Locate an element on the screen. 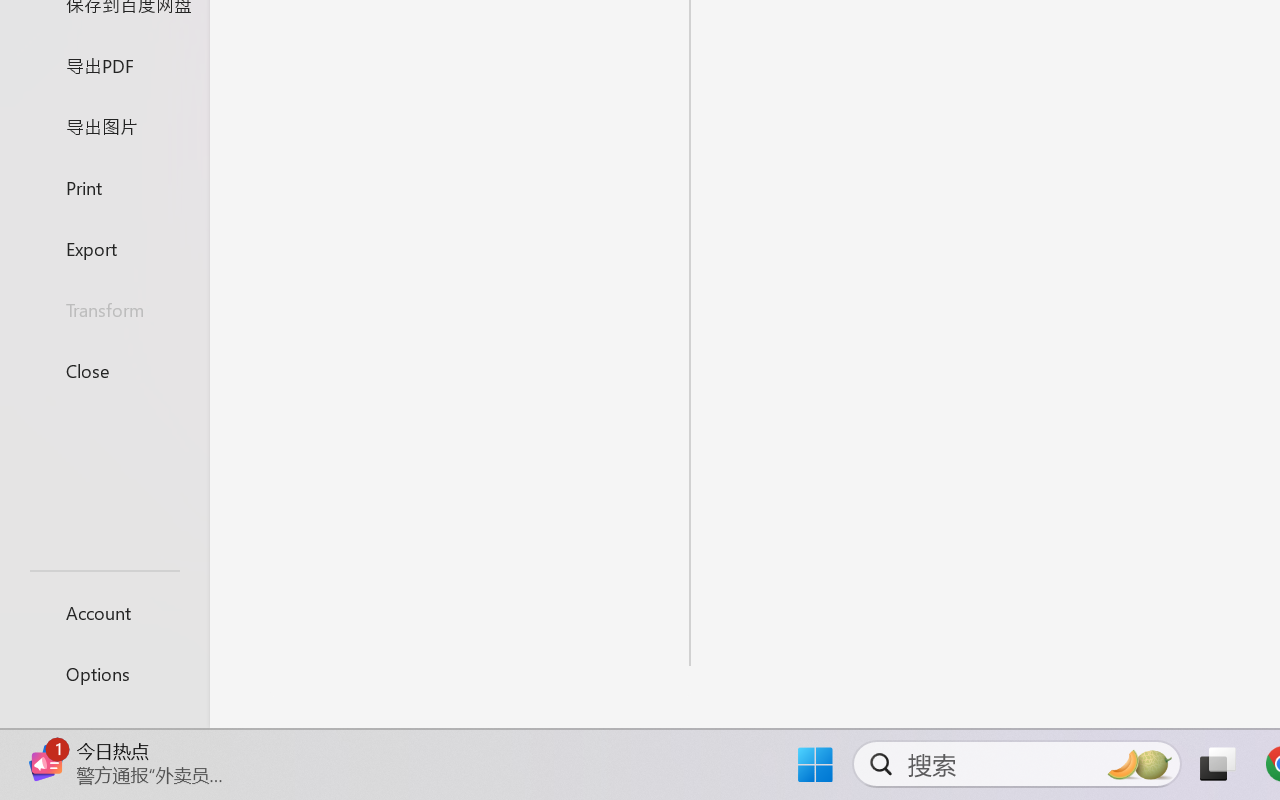  'Print' is located at coordinates (103, 186).